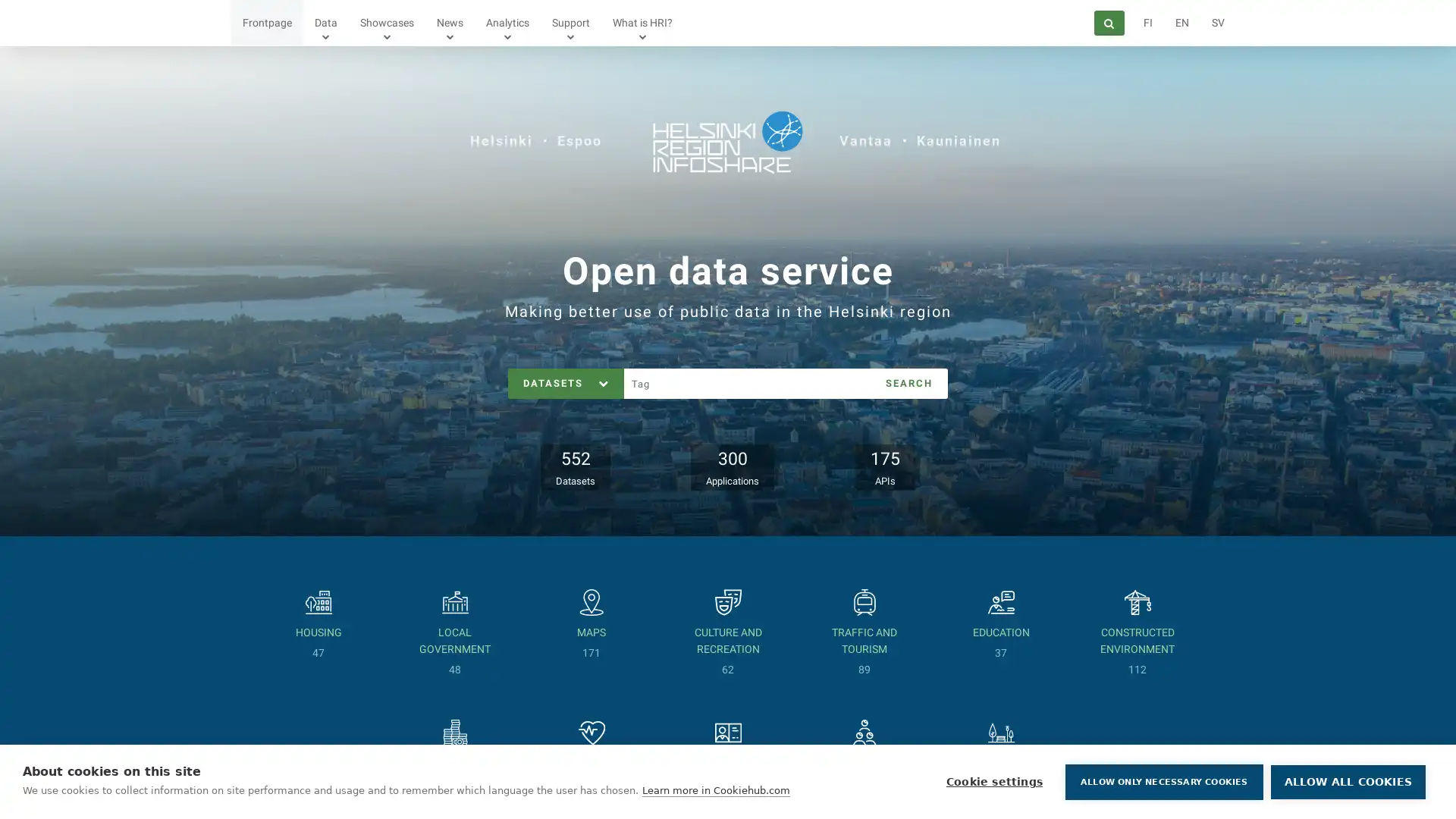 The width and height of the screenshot is (1456, 819). What do you see at coordinates (325, 30) in the screenshot?
I see `Show submenu for Data` at bounding box center [325, 30].